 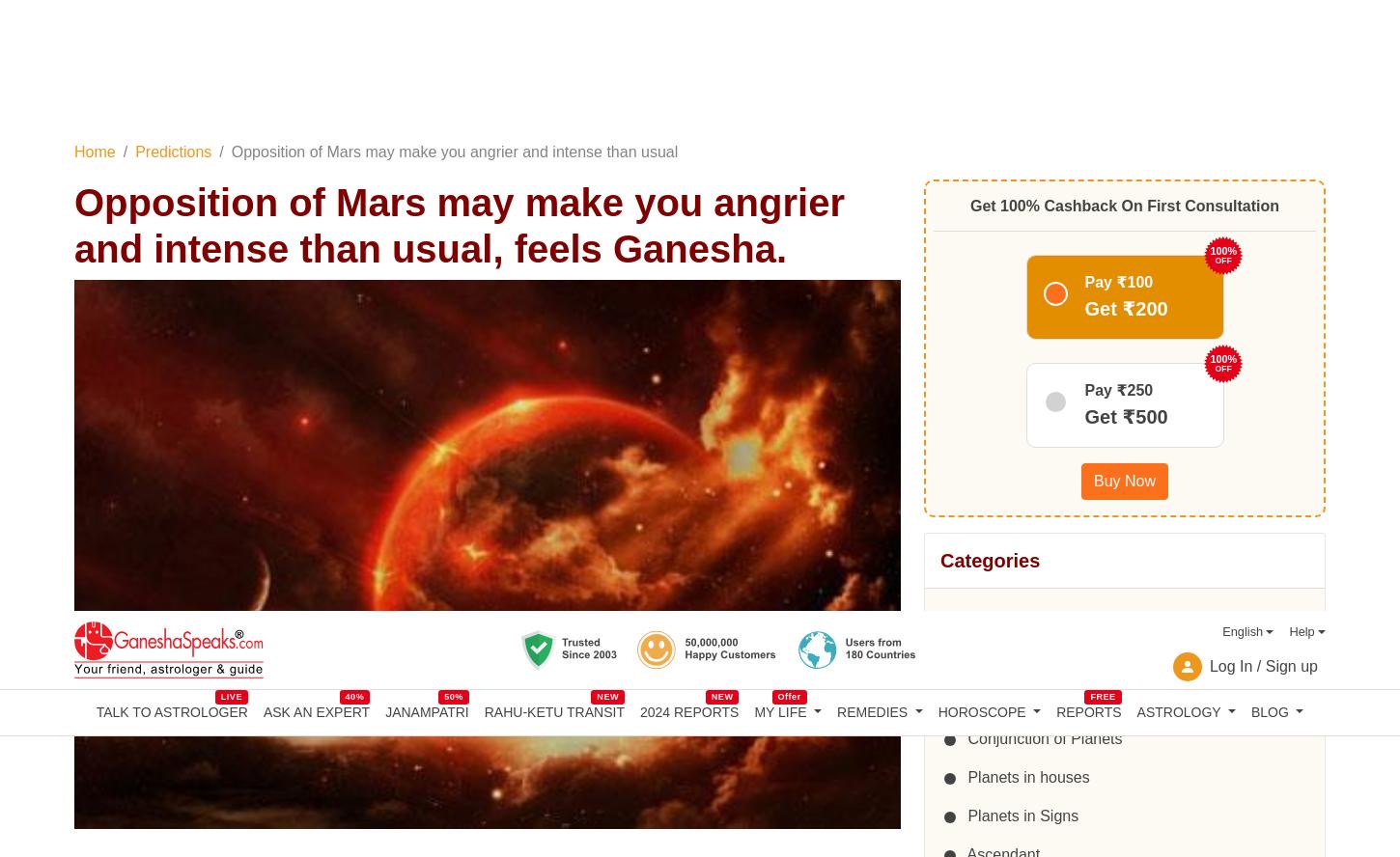 What do you see at coordinates (1004, 539) in the screenshot?
I see `'Popular Posts'` at bounding box center [1004, 539].